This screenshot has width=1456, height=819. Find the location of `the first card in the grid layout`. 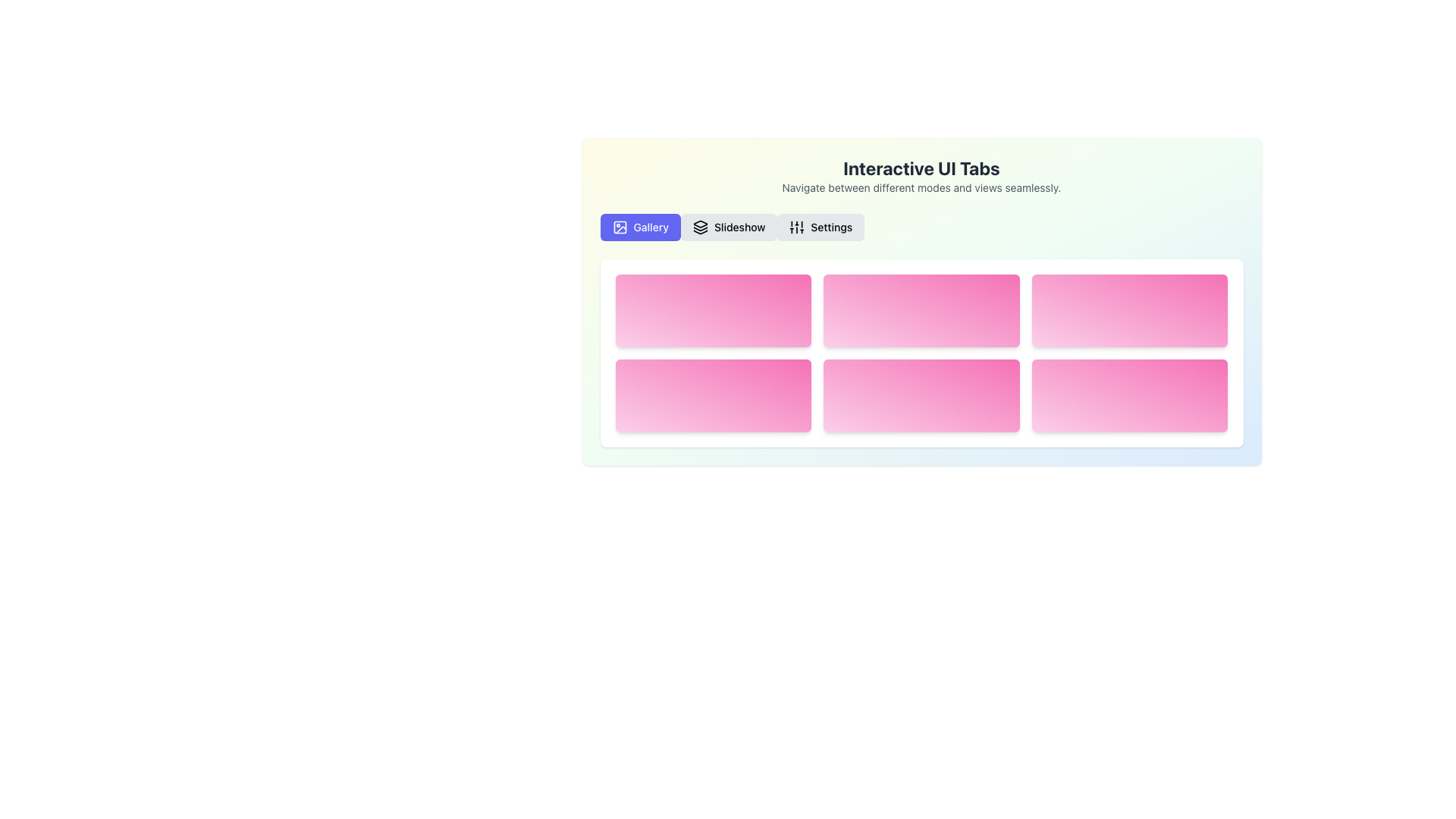

the first card in the grid layout is located at coordinates (712, 309).